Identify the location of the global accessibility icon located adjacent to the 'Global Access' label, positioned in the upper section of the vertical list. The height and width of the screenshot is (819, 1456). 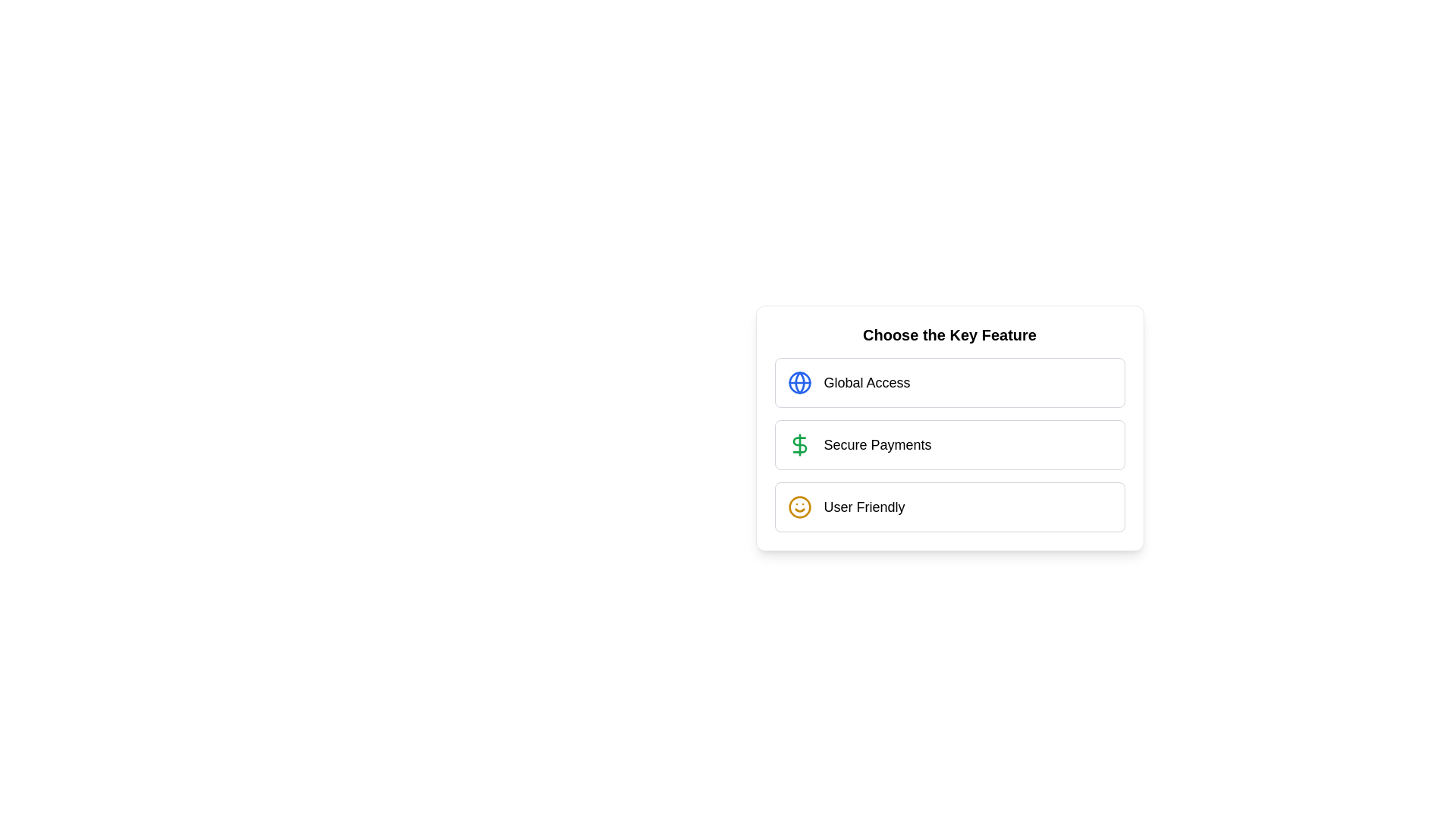
(799, 382).